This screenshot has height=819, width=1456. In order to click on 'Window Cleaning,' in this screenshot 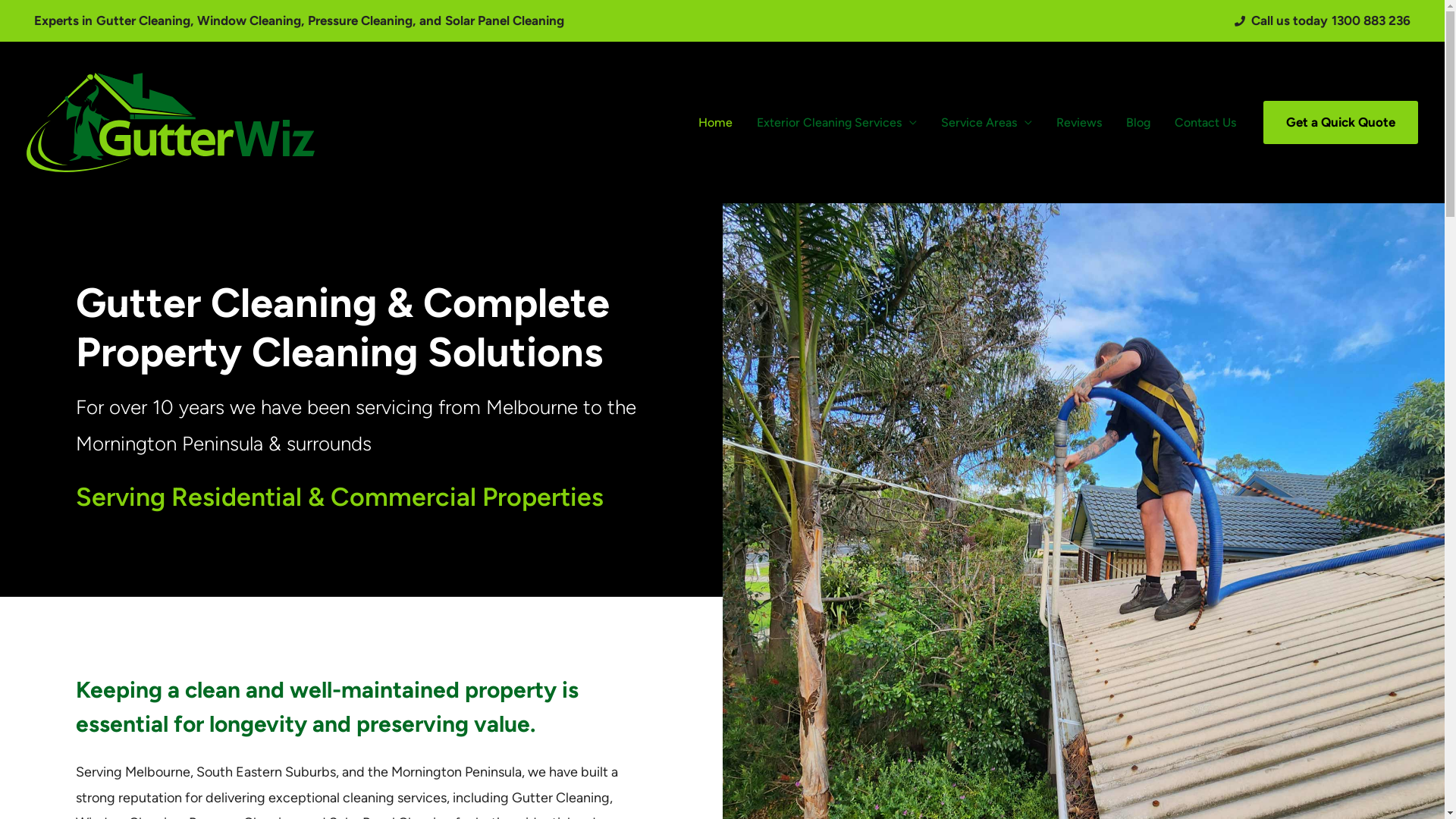, I will do `click(250, 20)`.